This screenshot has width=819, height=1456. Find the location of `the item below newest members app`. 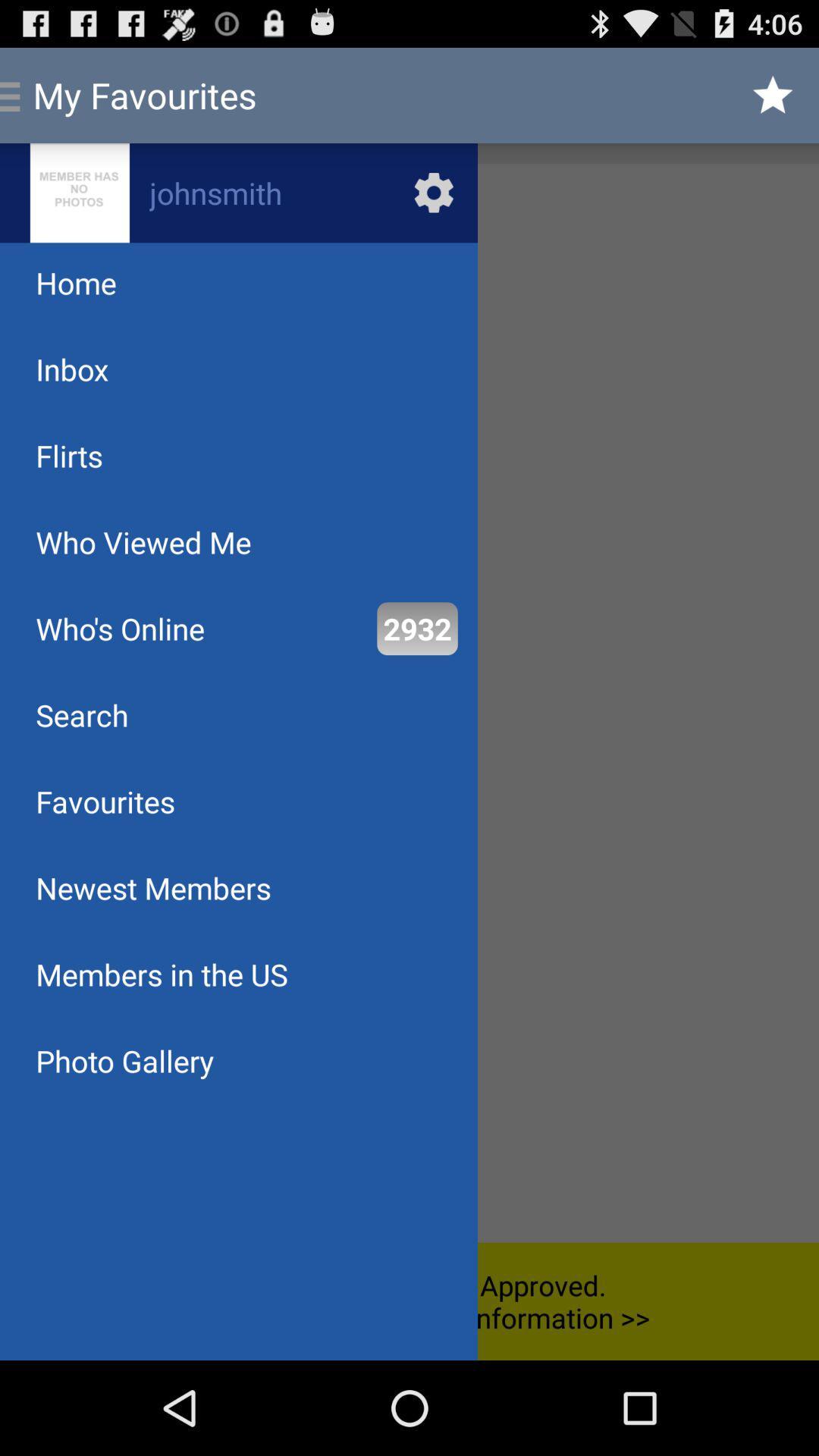

the item below newest members app is located at coordinates (162, 974).